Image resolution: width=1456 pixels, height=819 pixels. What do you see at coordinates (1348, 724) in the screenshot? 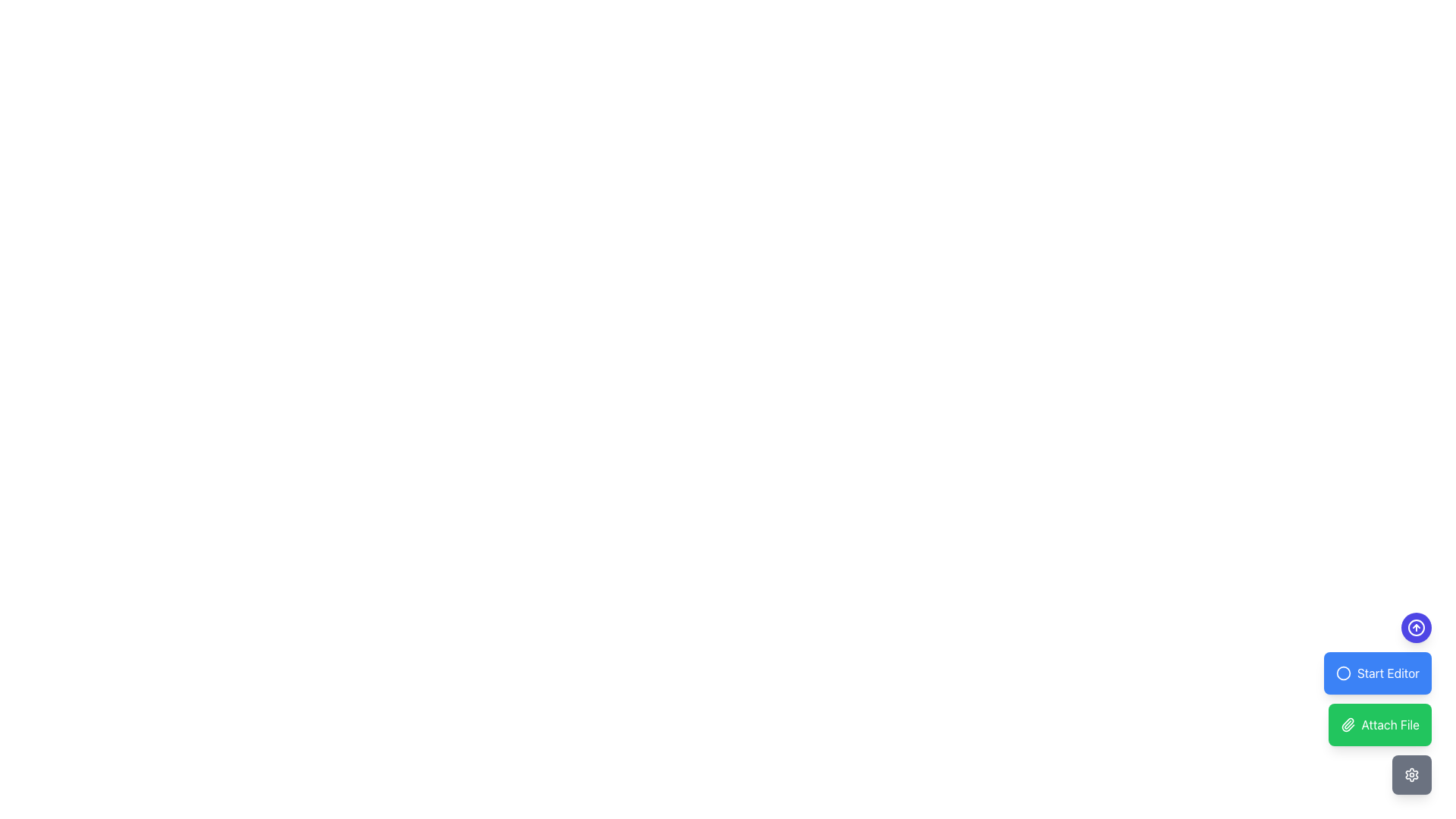
I see `the 'Attach File' button, which contains a paperclip icon on a green background` at bounding box center [1348, 724].